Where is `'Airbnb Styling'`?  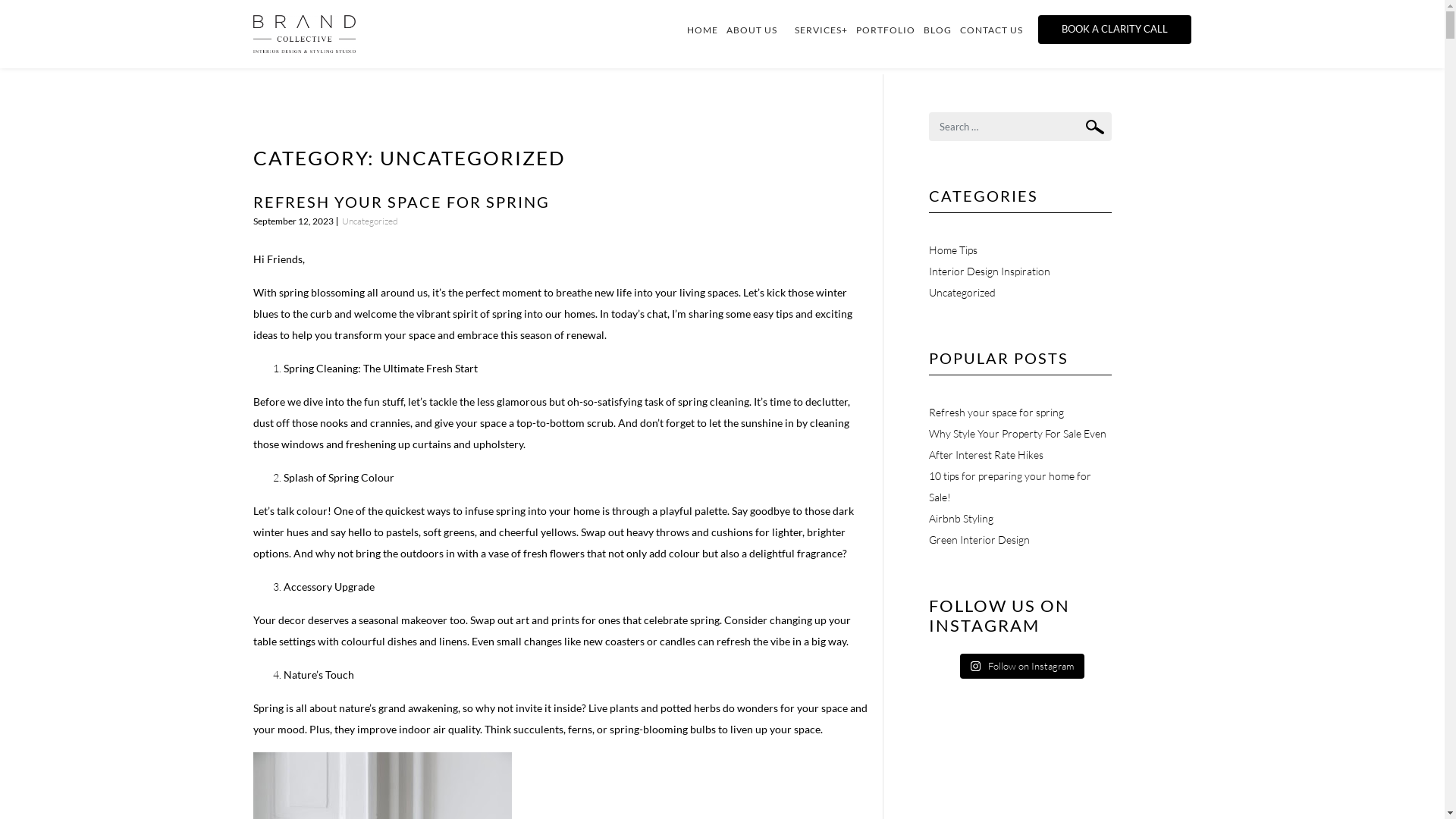
'Airbnb Styling' is located at coordinates (960, 517).